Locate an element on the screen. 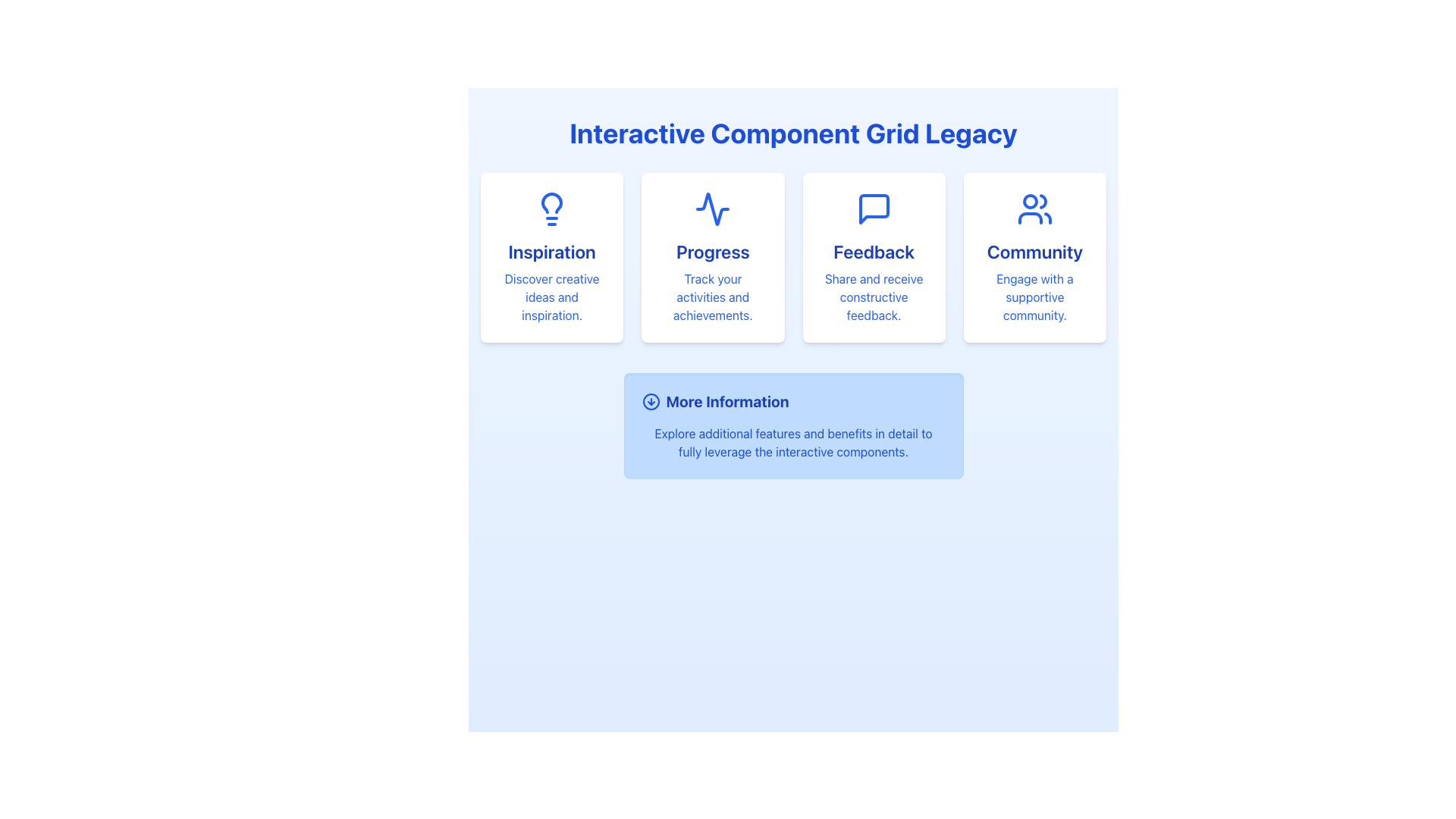 The height and width of the screenshot is (819, 1456). the blue-bordered speech bubble icon located in the 'Feedback' section of the grid layout, positioned between the 'Progress' and 'Community' icons is located at coordinates (874, 209).